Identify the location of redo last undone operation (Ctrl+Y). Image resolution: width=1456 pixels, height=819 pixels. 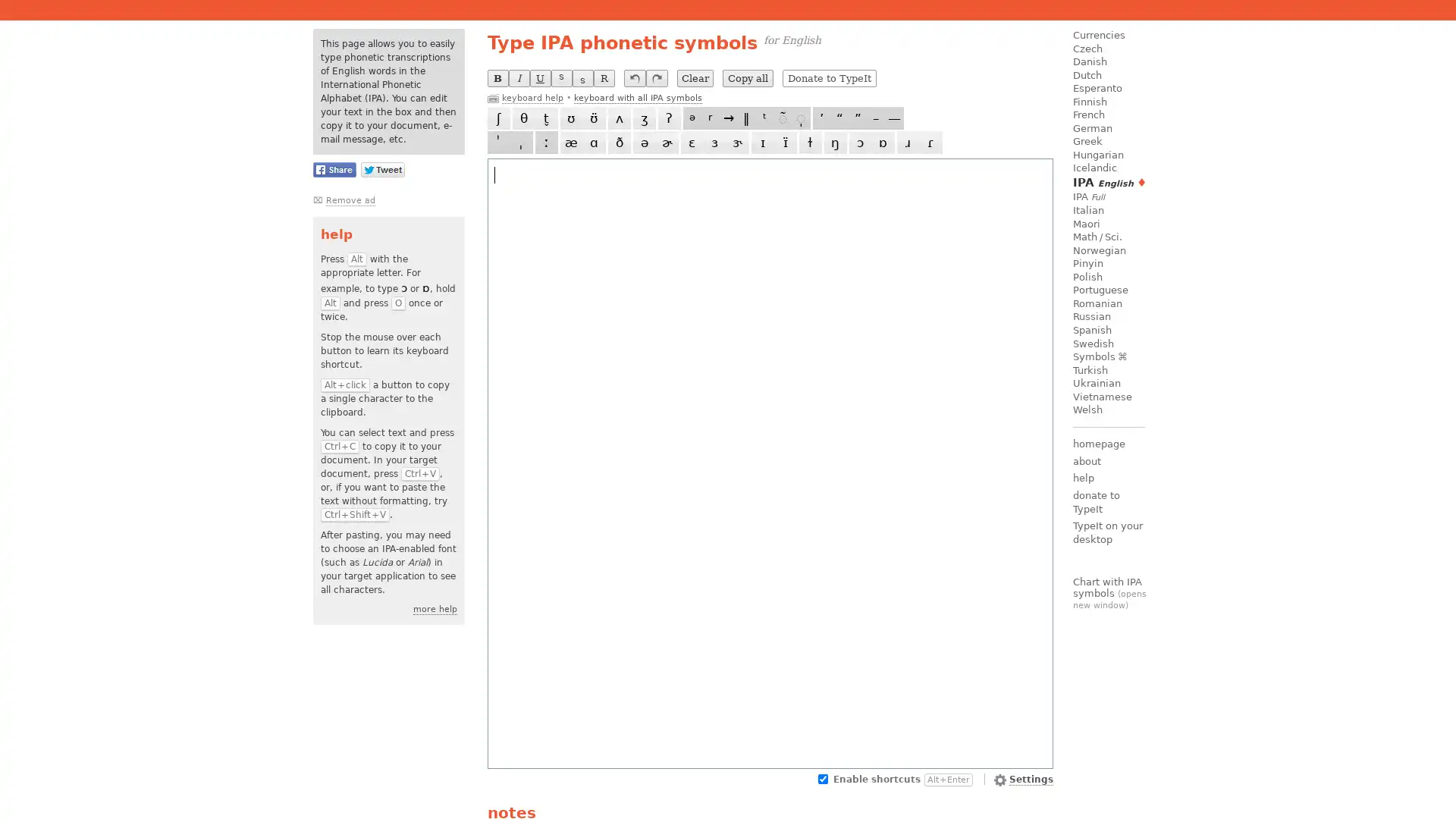
(656, 78).